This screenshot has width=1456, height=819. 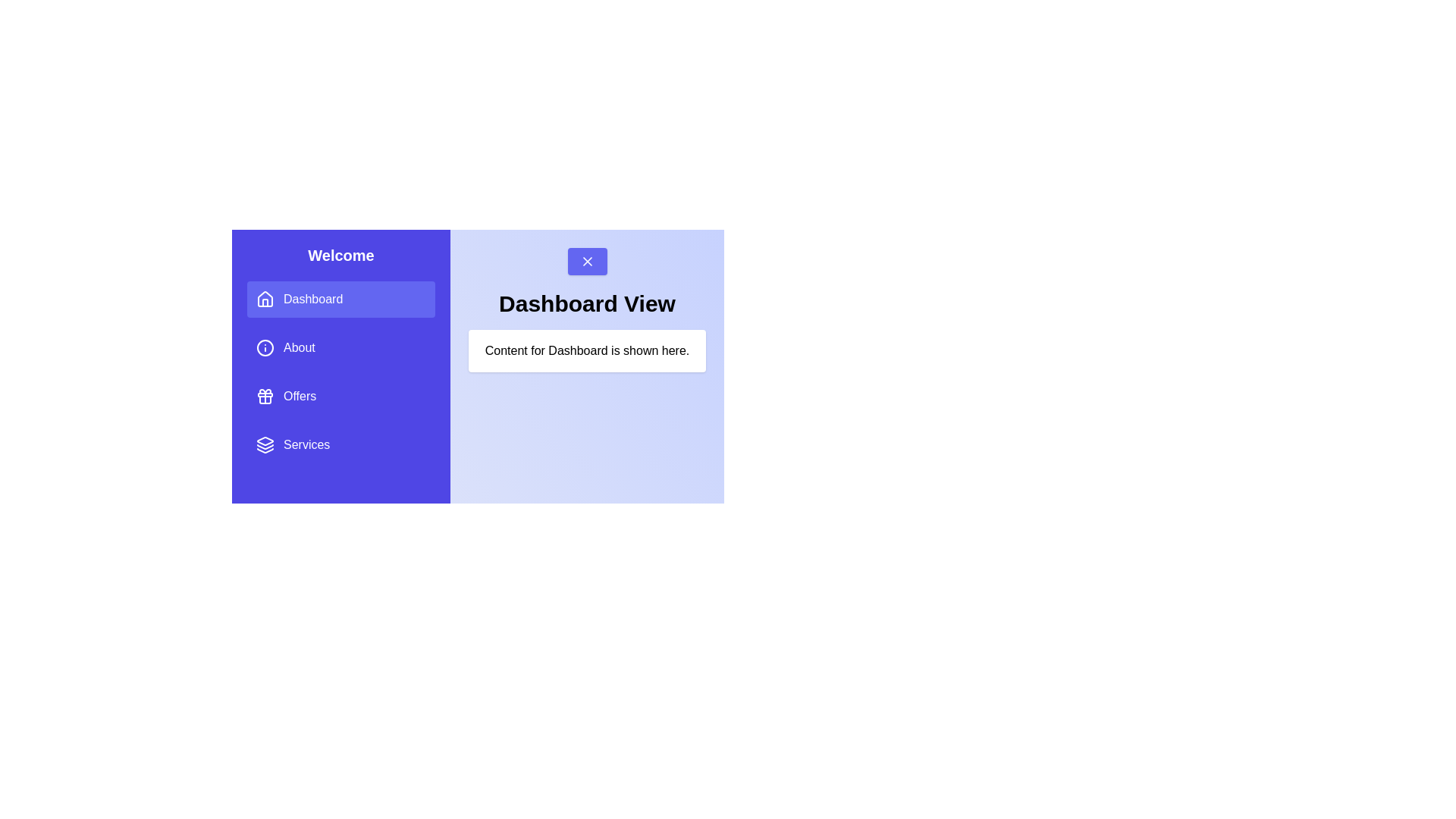 What do you see at coordinates (340, 396) in the screenshot?
I see `the menu item Offers to observe the hover effect` at bounding box center [340, 396].